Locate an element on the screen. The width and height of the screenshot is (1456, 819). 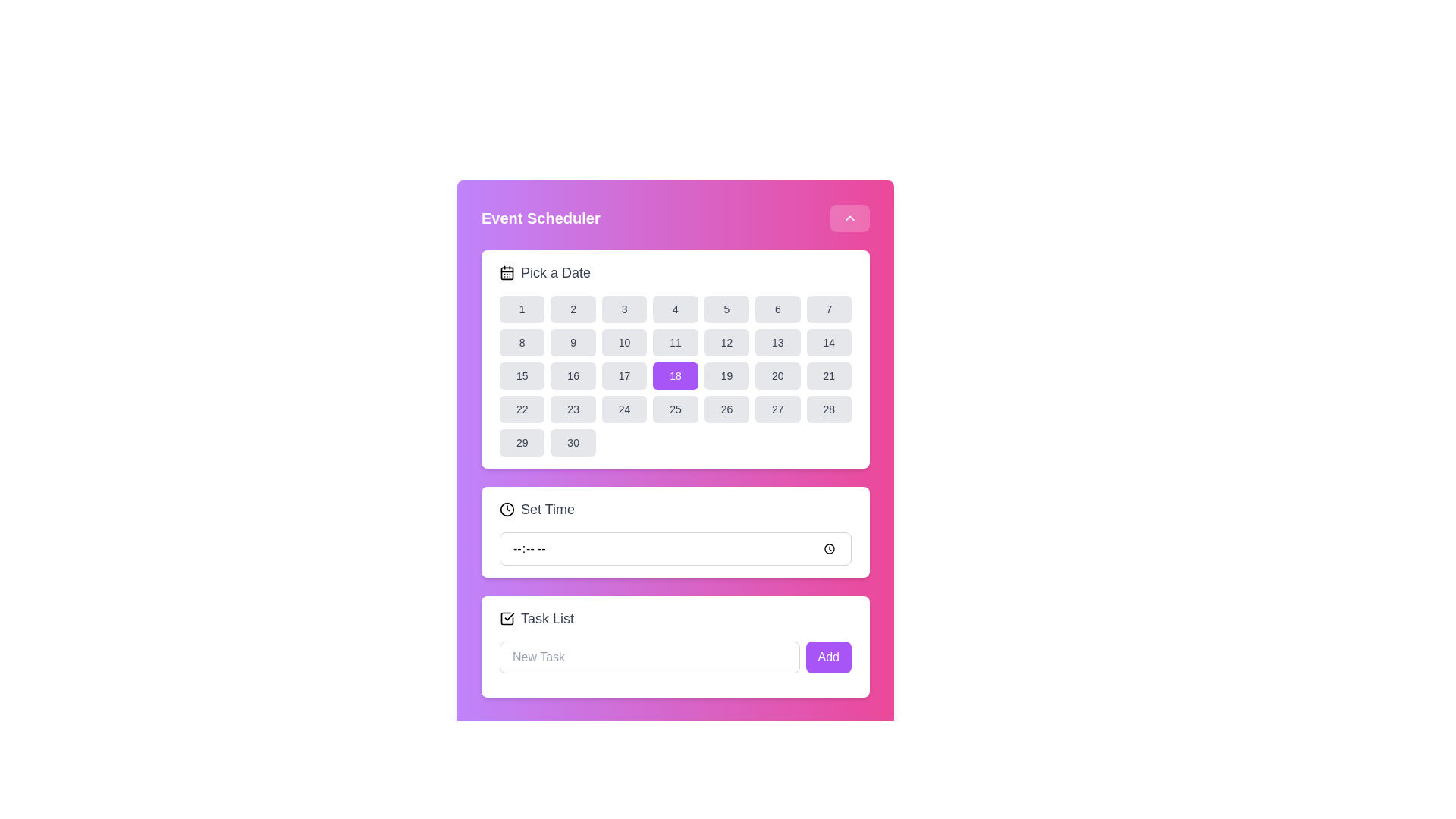
the button displaying the number '8' with a light gray background and dark gray text, located in the second row and first column of the 'Pick a Date' section is located at coordinates (522, 342).